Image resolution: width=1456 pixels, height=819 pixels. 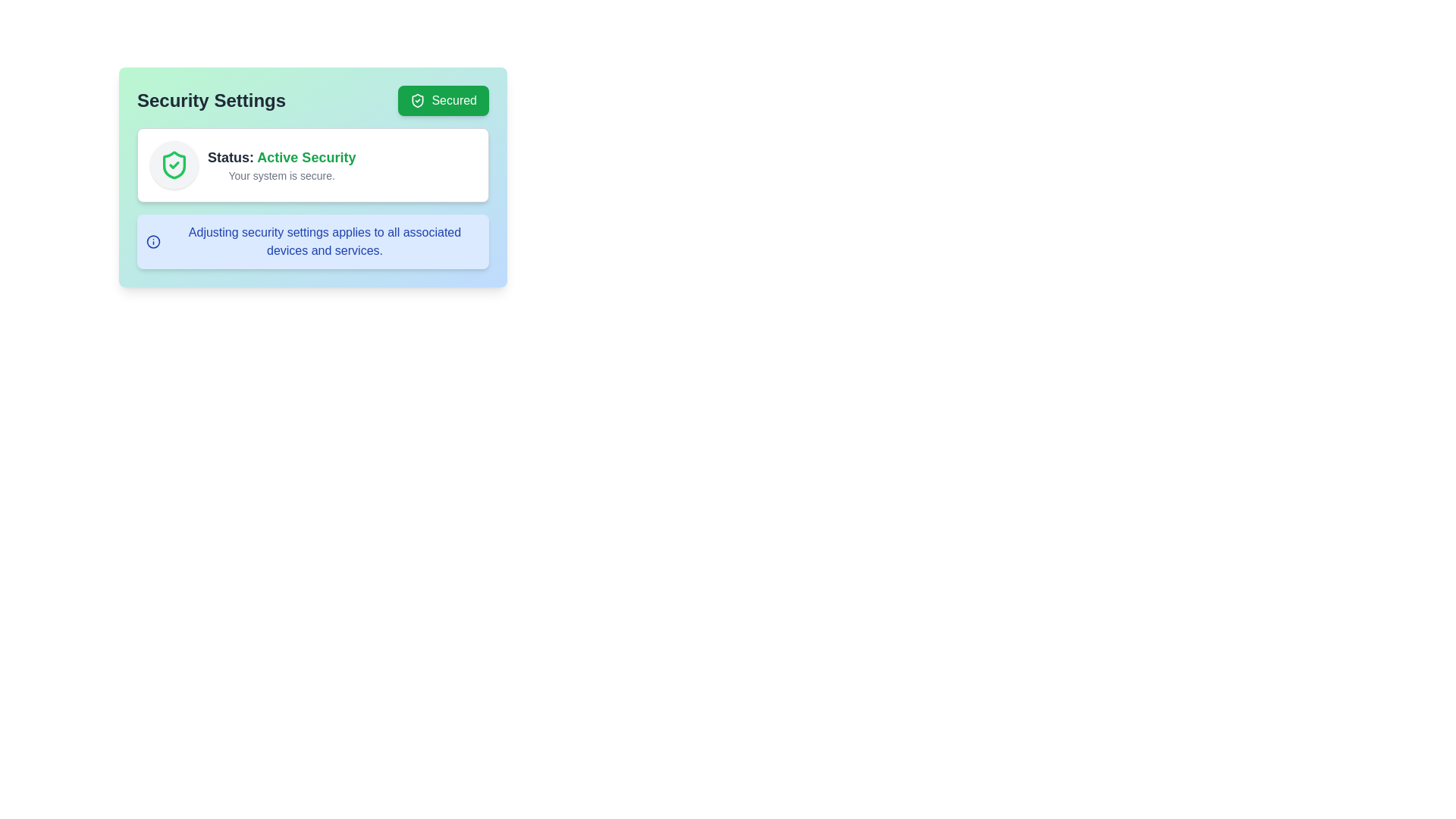 I want to click on the shield-shaped icon with a green checkmark inside, located in the 'Security Settings' panel, indicating a secured status, so click(x=174, y=165).